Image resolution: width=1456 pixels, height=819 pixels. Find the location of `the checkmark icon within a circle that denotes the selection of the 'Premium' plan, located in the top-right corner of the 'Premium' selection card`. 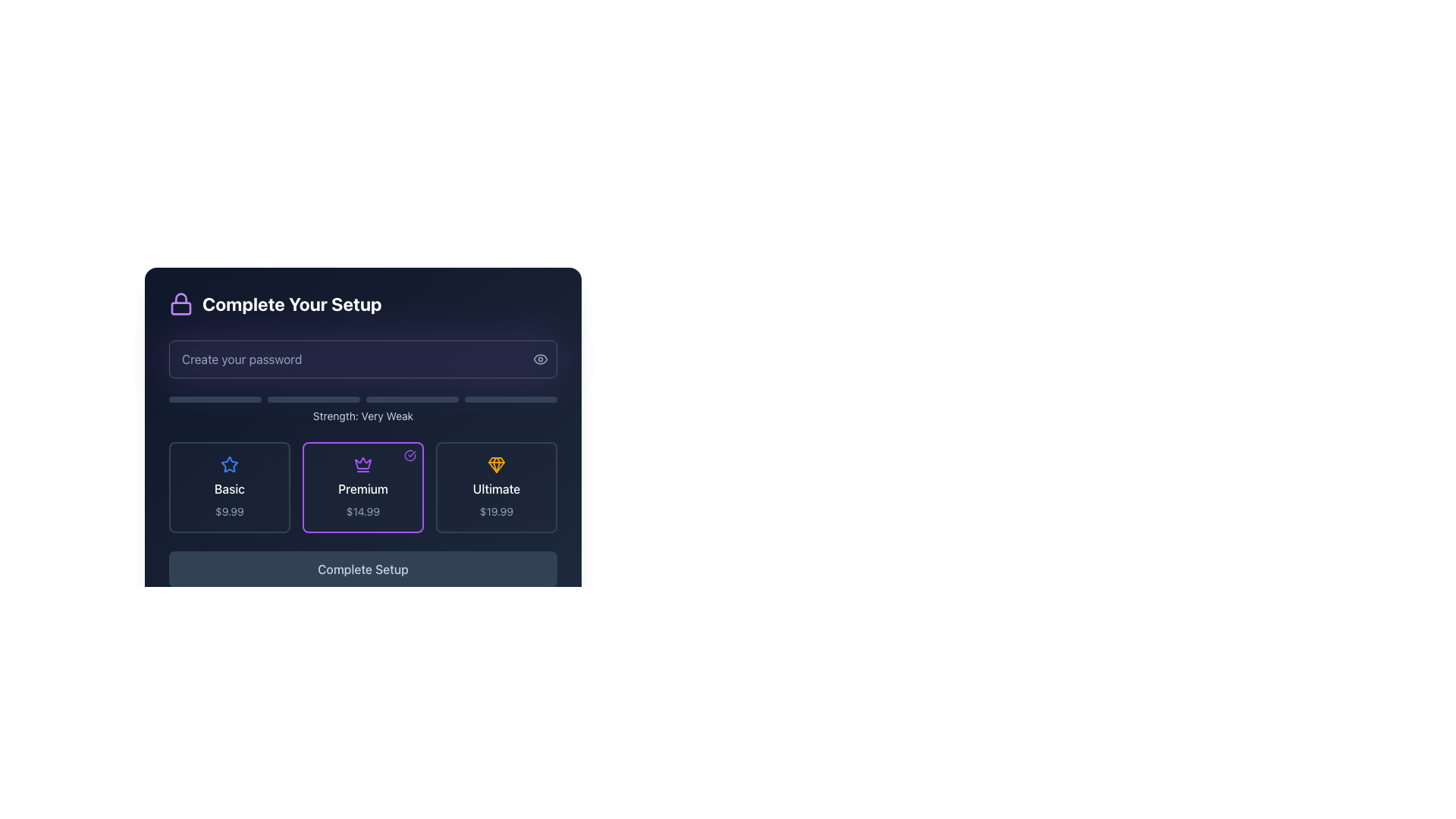

the checkmark icon within a circle that denotes the selection of the 'Premium' plan, located in the top-right corner of the 'Premium' selection card is located at coordinates (410, 455).